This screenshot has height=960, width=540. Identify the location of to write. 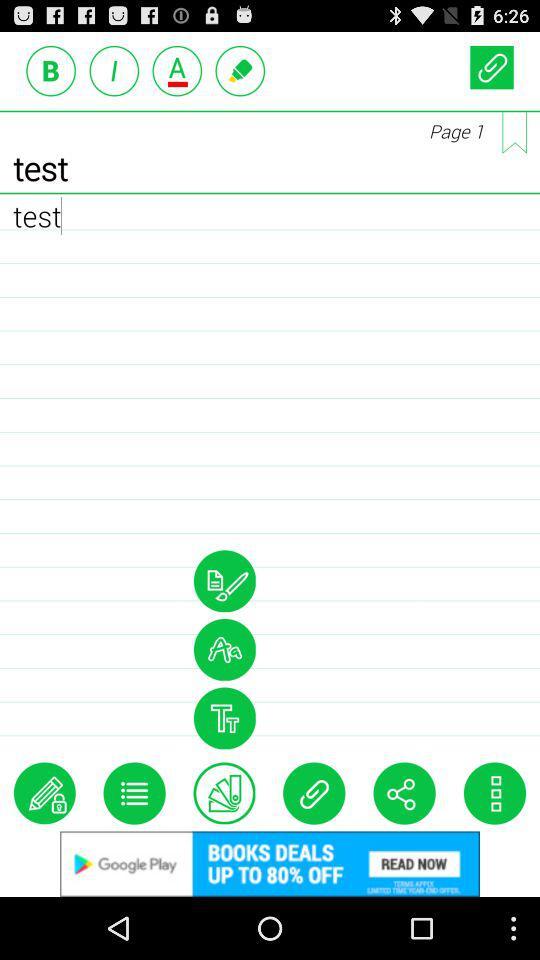
(240, 70).